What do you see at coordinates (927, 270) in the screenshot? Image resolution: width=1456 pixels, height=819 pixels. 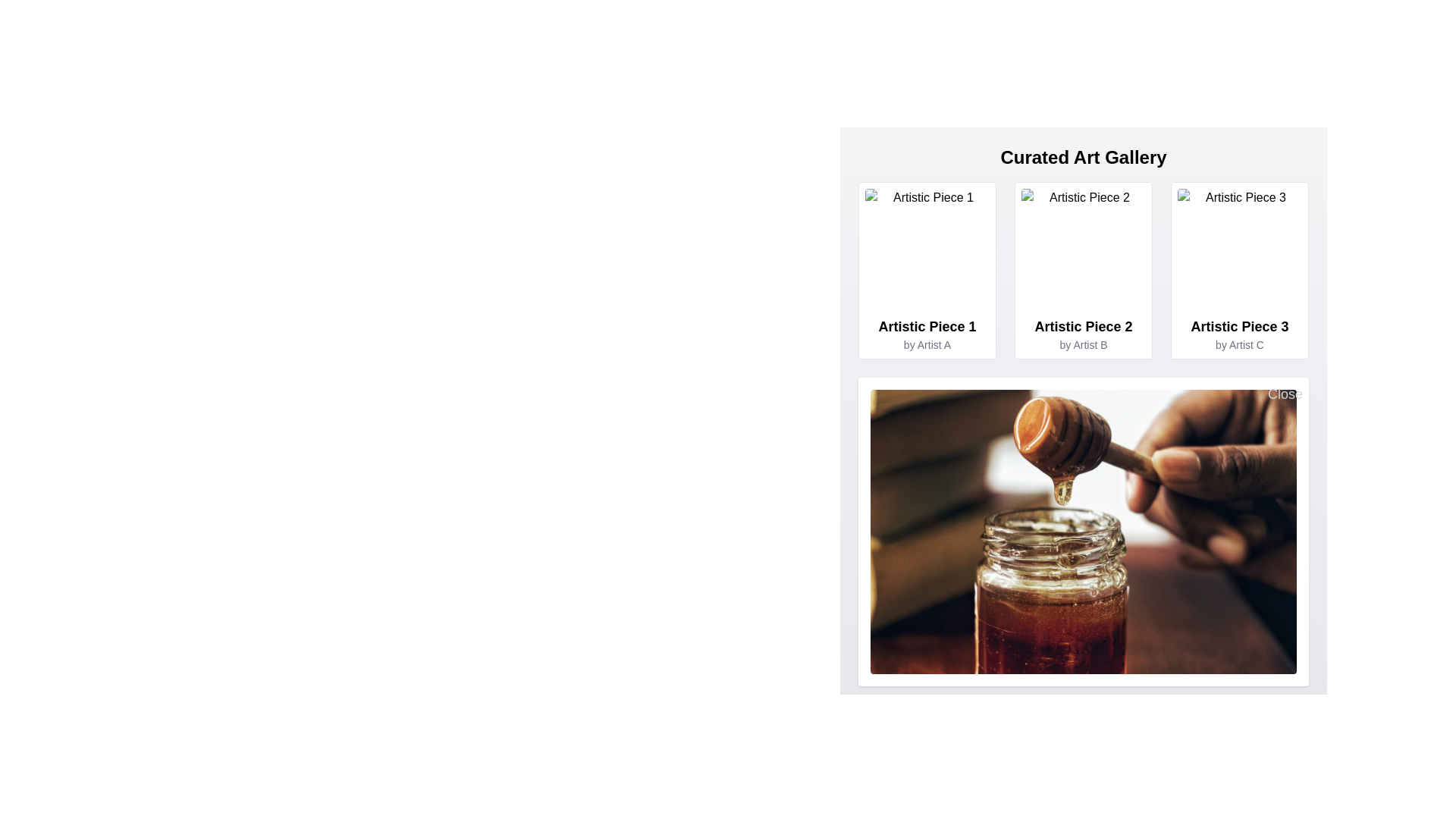 I see `the first card in the 'Curated Art Gallery' section` at bounding box center [927, 270].